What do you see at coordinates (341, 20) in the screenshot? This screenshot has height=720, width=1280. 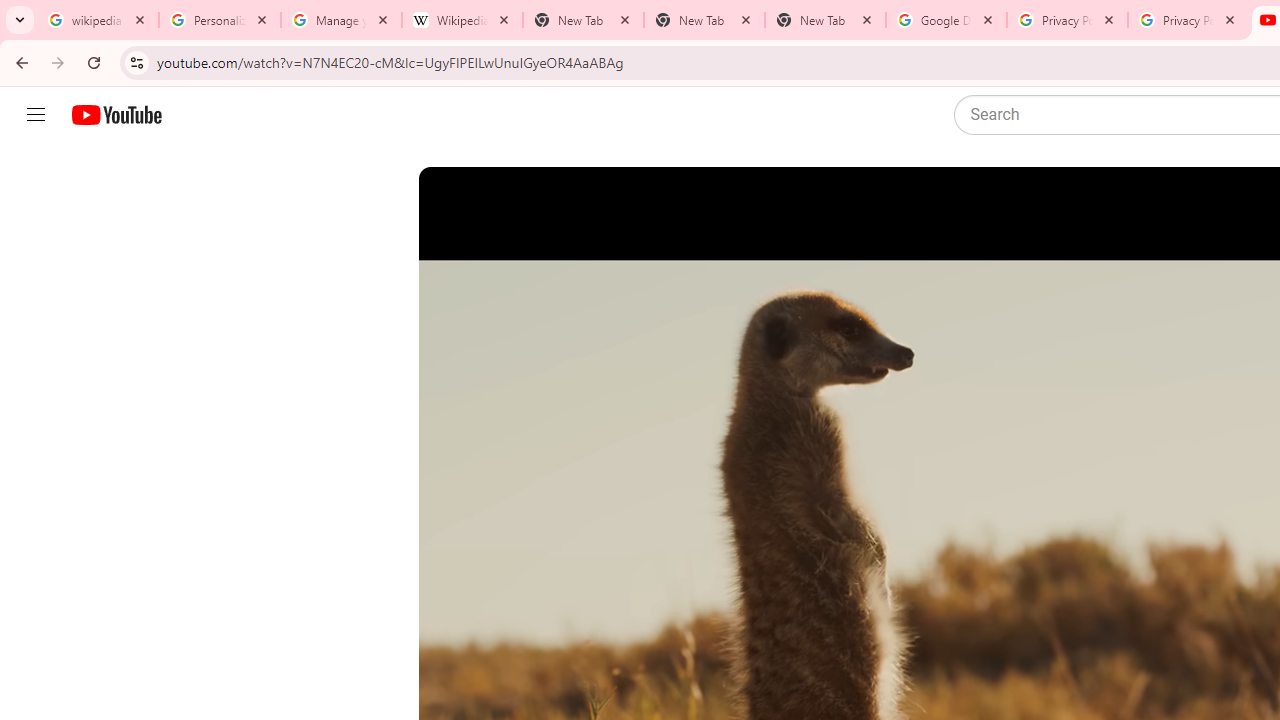 I see `'Manage your Location History - Google Search Help'` at bounding box center [341, 20].